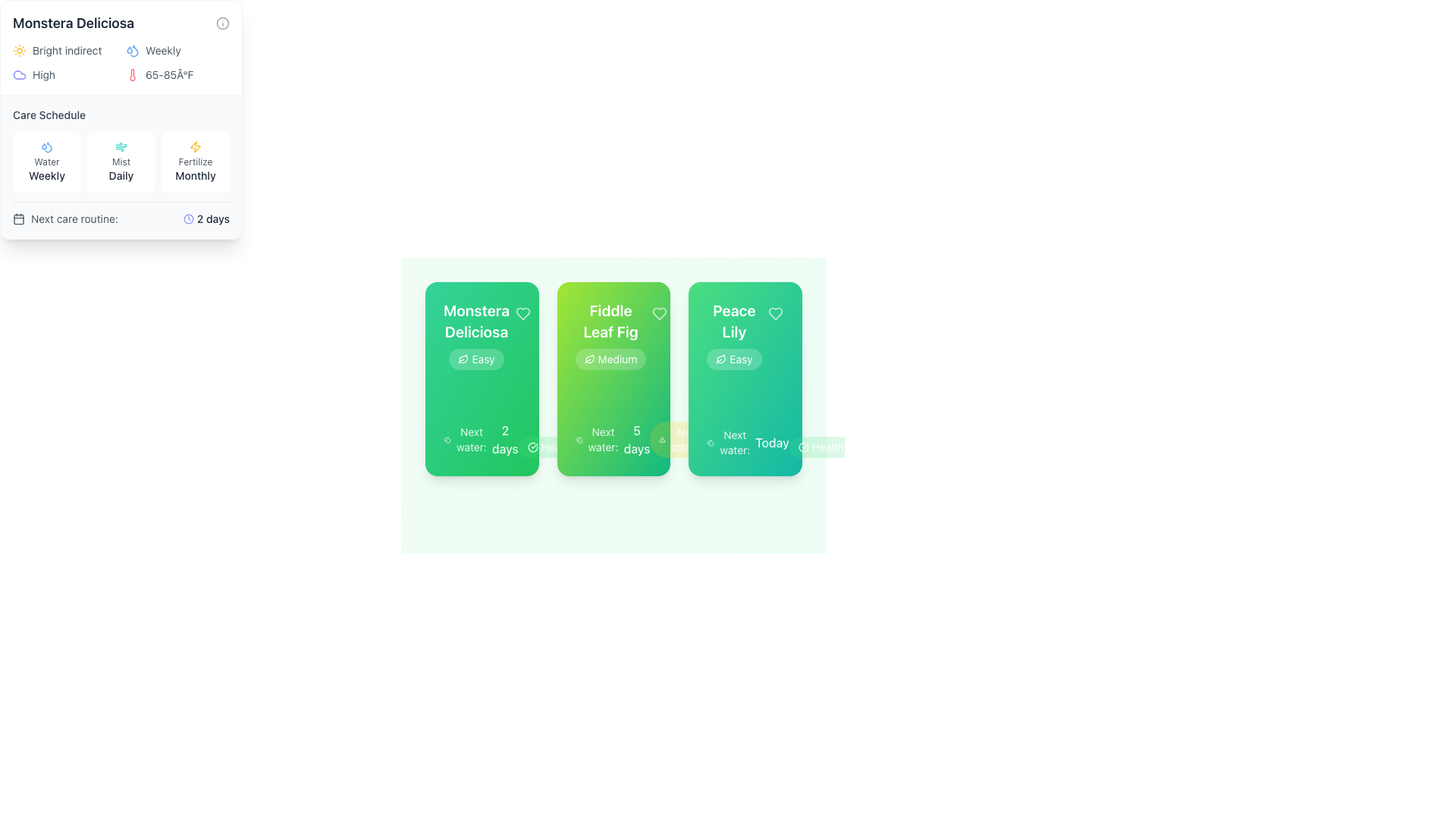 This screenshot has width=1456, height=819. Describe the element at coordinates (613, 378) in the screenshot. I see `displayed information on the plant care card located in the middle slot among three cards, summarizing essential details about plant maintenance requirements` at that location.